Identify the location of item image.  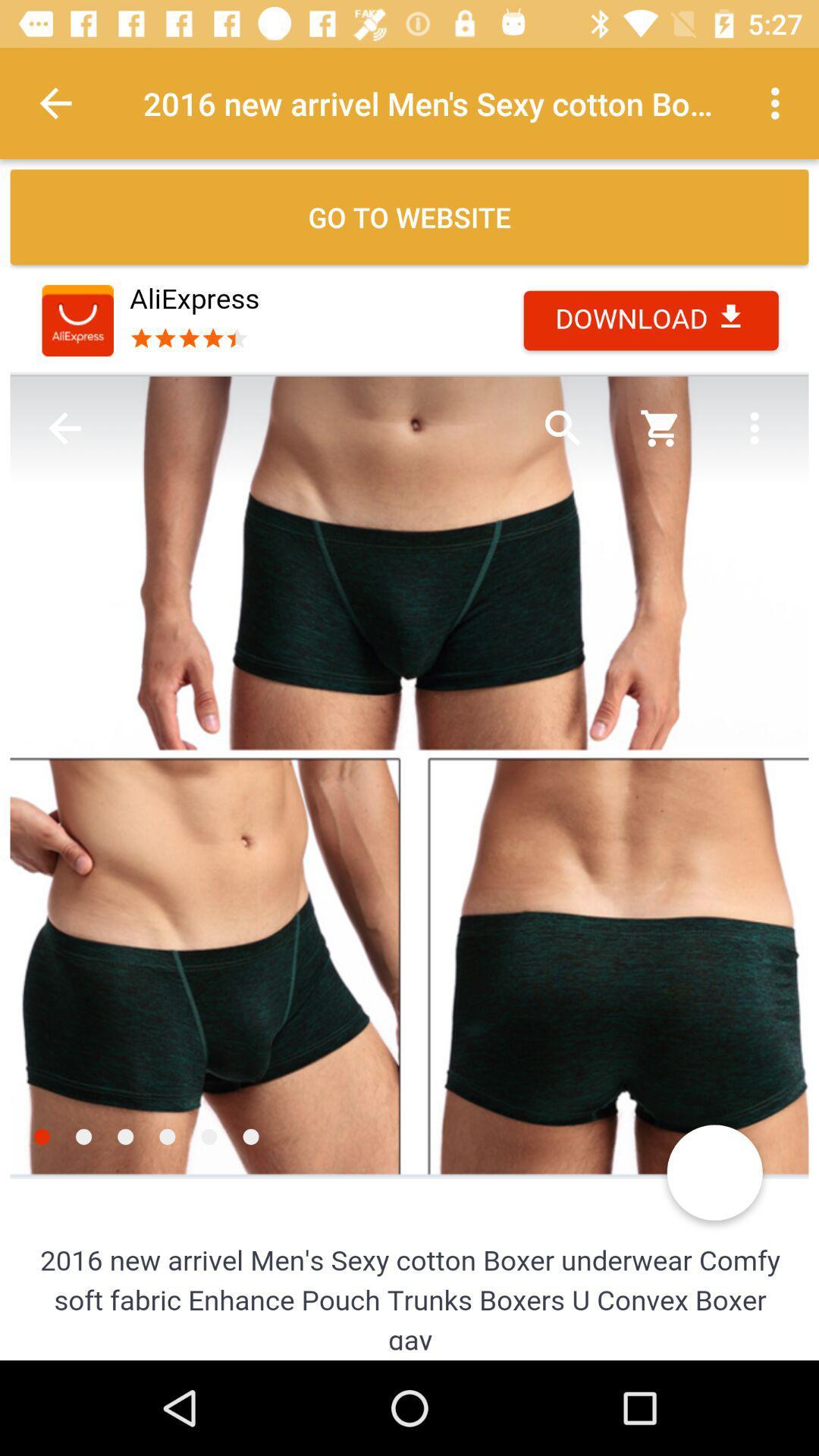
(409, 808).